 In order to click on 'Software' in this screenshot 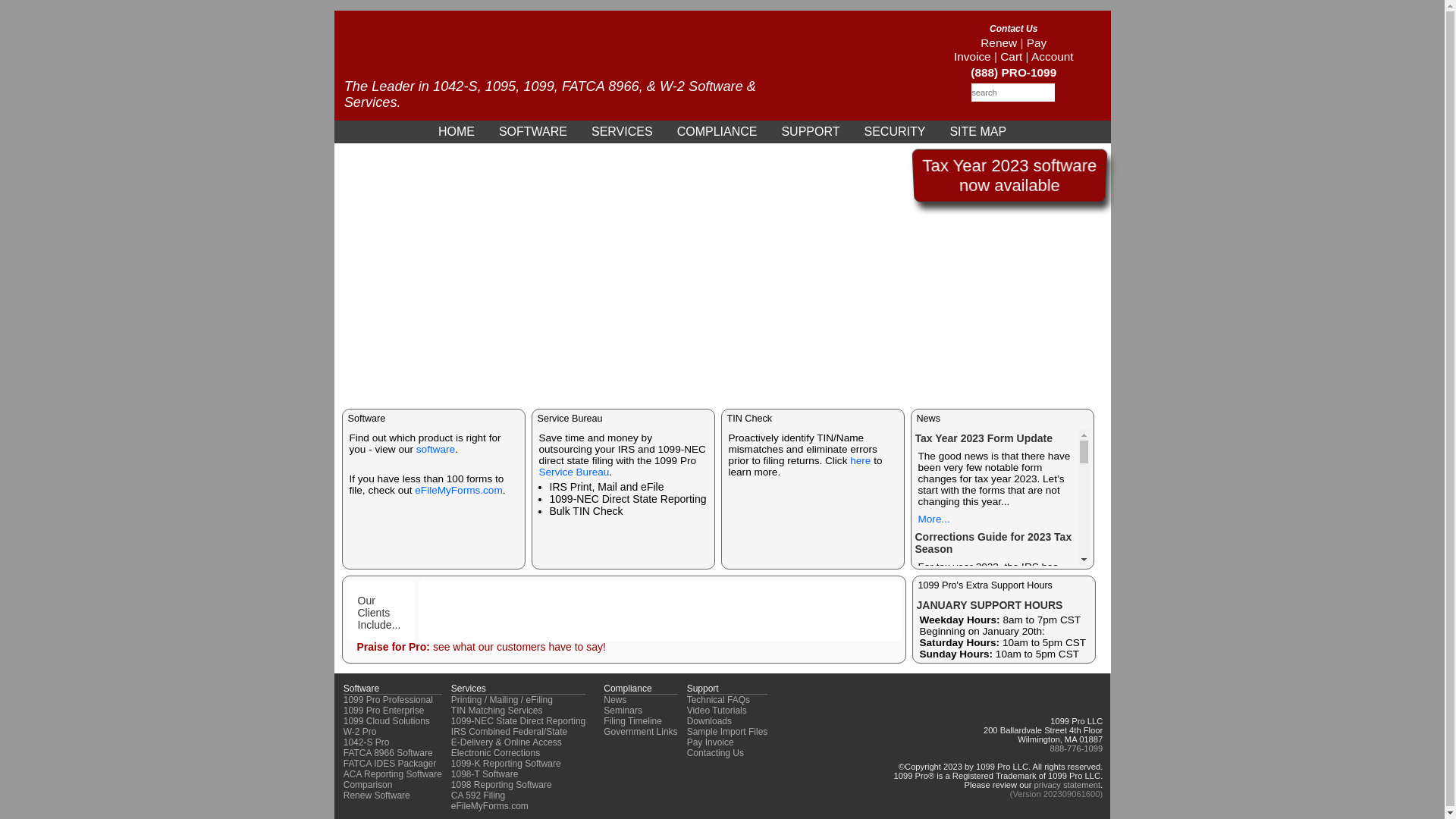, I will do `click(360, 688)`.